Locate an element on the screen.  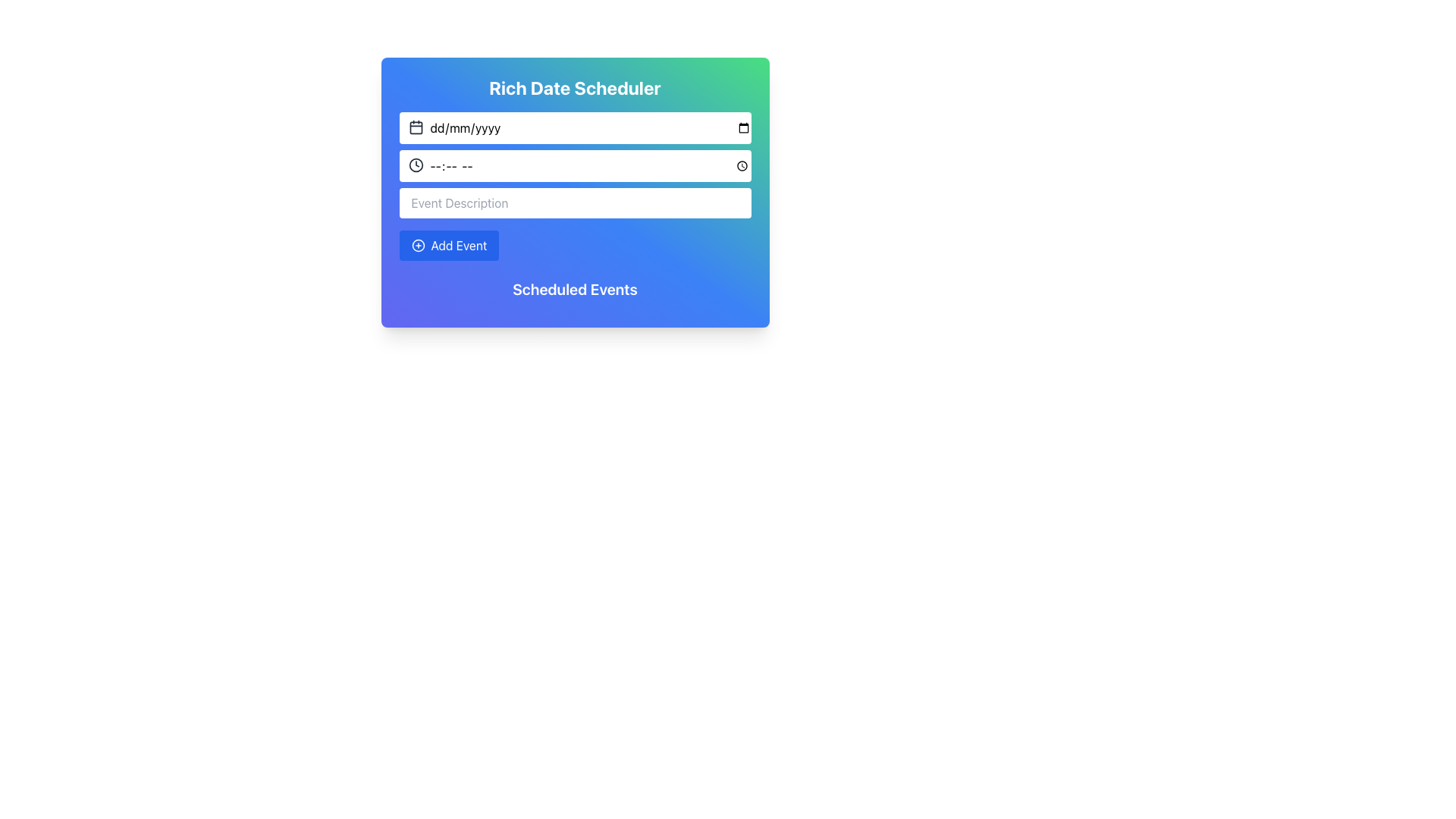
the circular SVG icon with a '+' symbol at its center, which is part of the 'Add Event' button, located to the left of the text 'Add Event' is located at coordinates (418, 245).